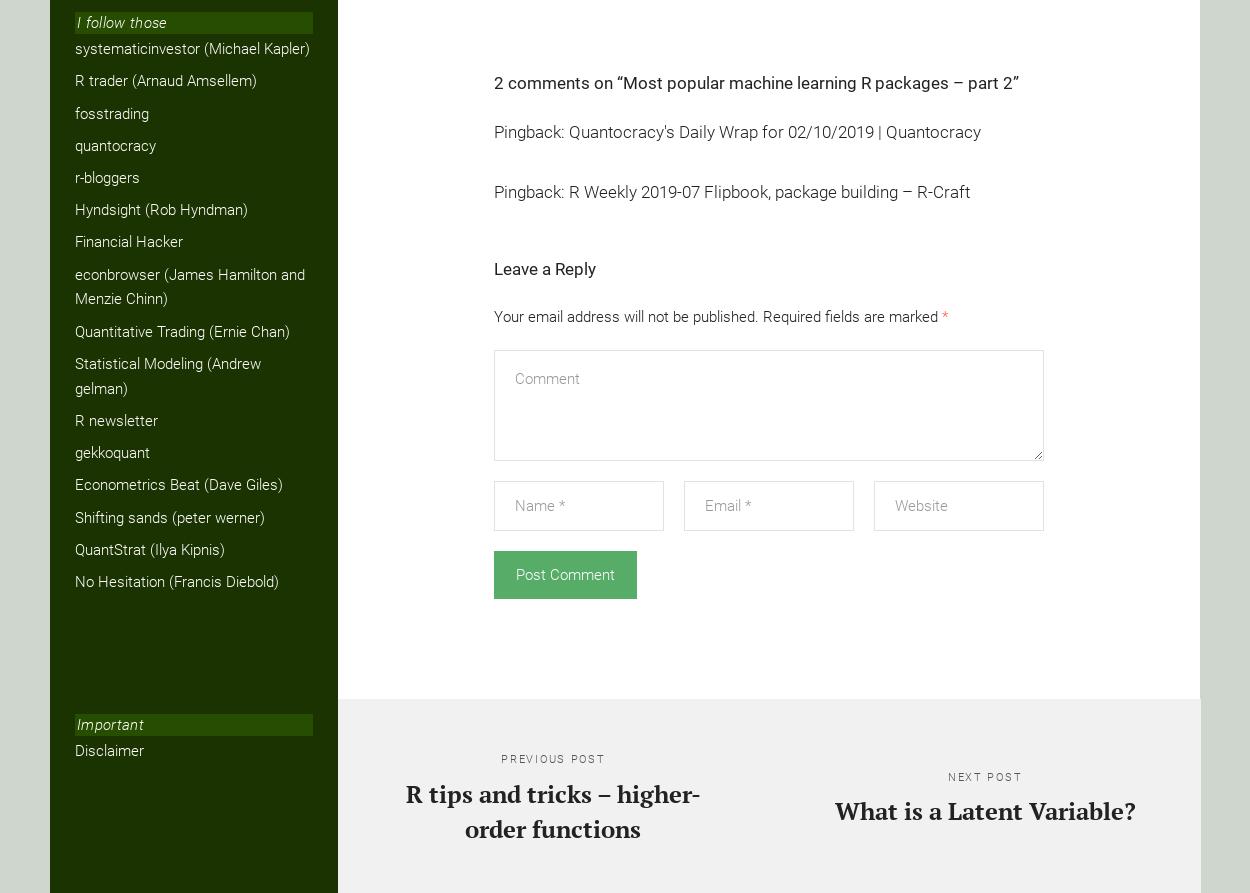 The image size is (1250, 893). Describe the element at coordinates (74, 580) in the screenshot. I see `'No Hesitation (Francis Diebold)'` at that location.